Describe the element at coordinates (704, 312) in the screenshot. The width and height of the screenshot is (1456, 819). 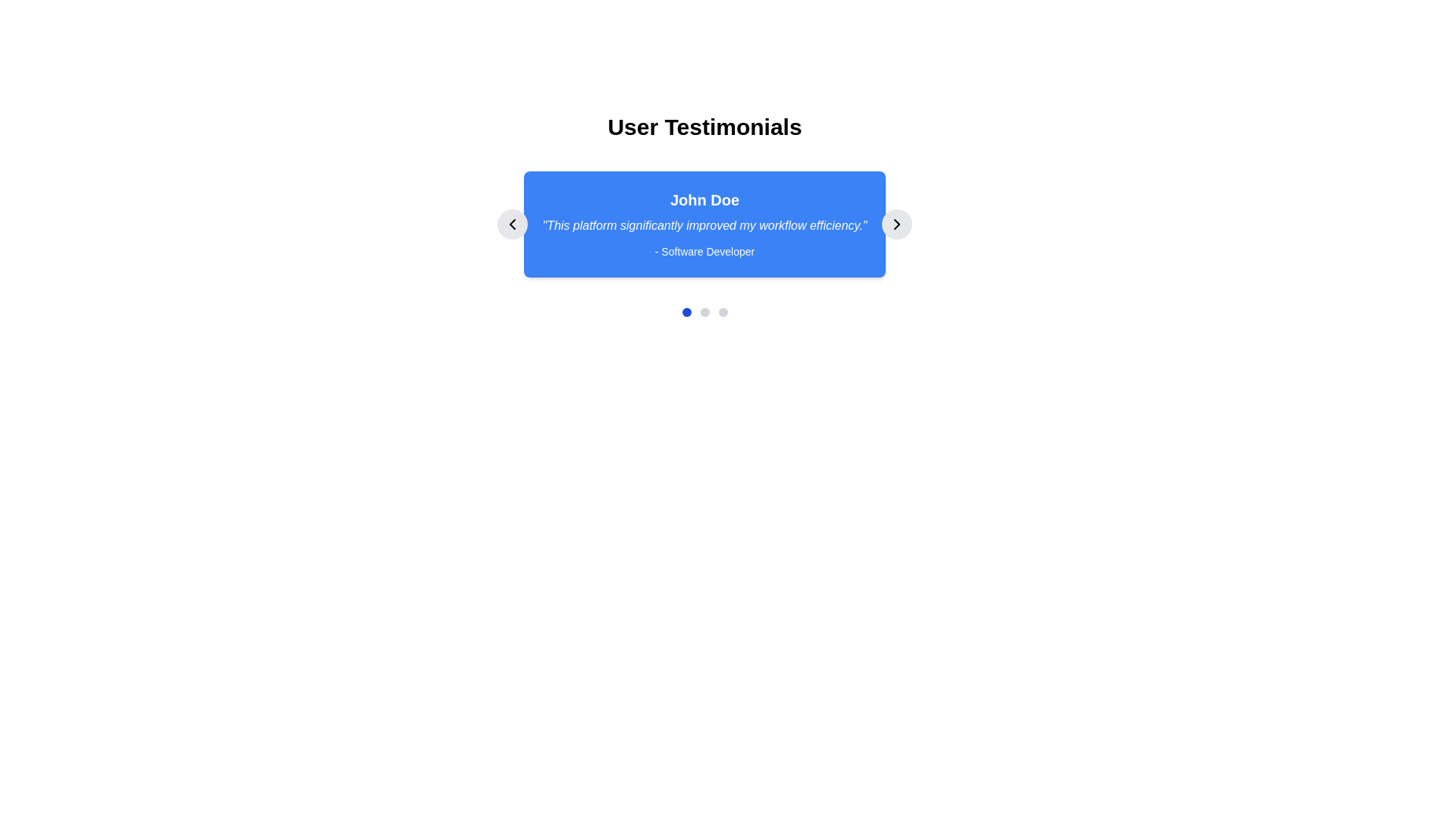
I see `the second navigation dot, which is a small circular indicator with a light gray fill` at that location.